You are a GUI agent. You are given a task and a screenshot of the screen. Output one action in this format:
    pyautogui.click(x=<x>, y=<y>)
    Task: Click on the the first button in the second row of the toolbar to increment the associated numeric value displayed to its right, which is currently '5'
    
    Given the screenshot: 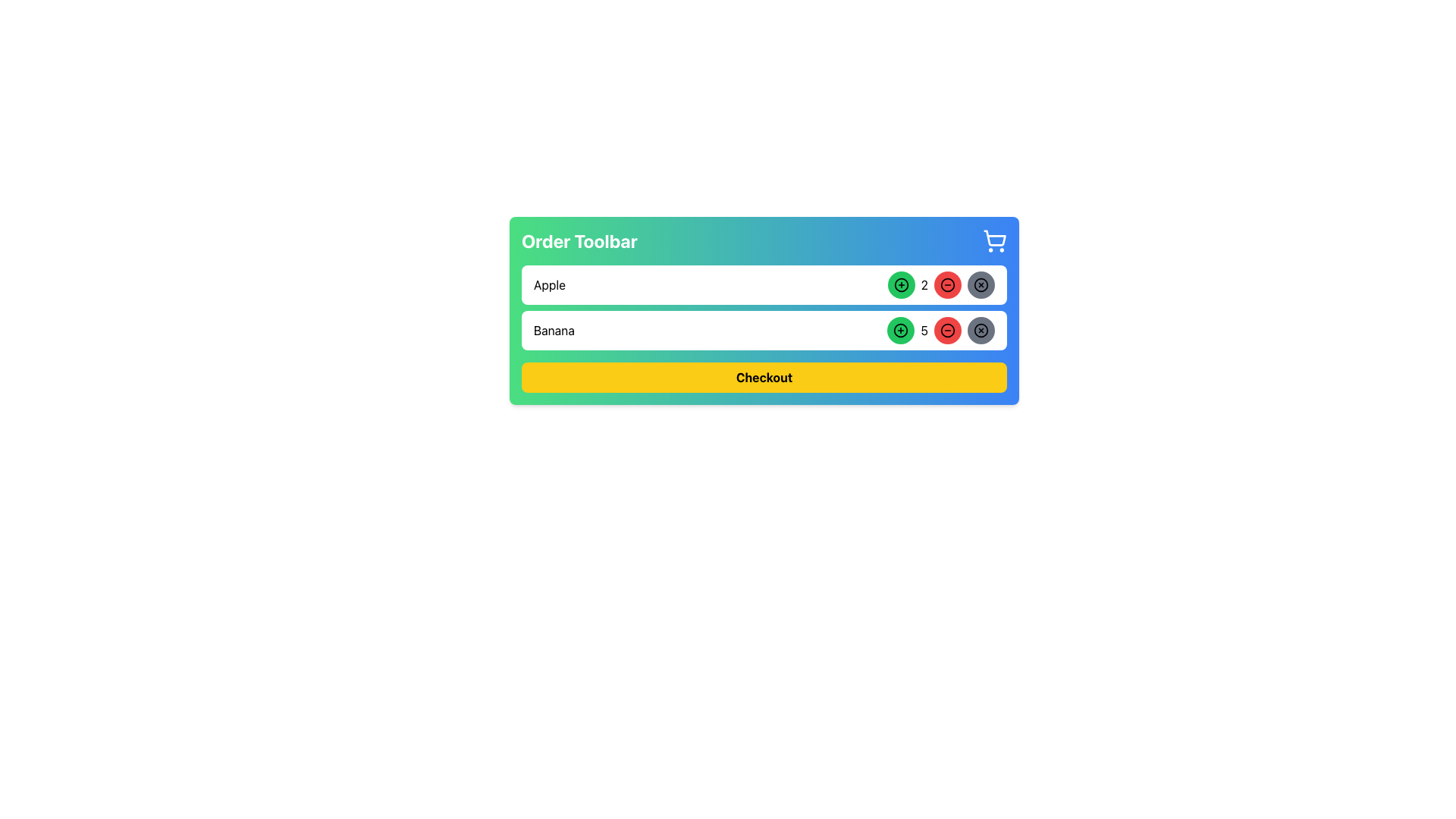 What is the action you would take?
    pyautogui.click(x=901, y=329)
    